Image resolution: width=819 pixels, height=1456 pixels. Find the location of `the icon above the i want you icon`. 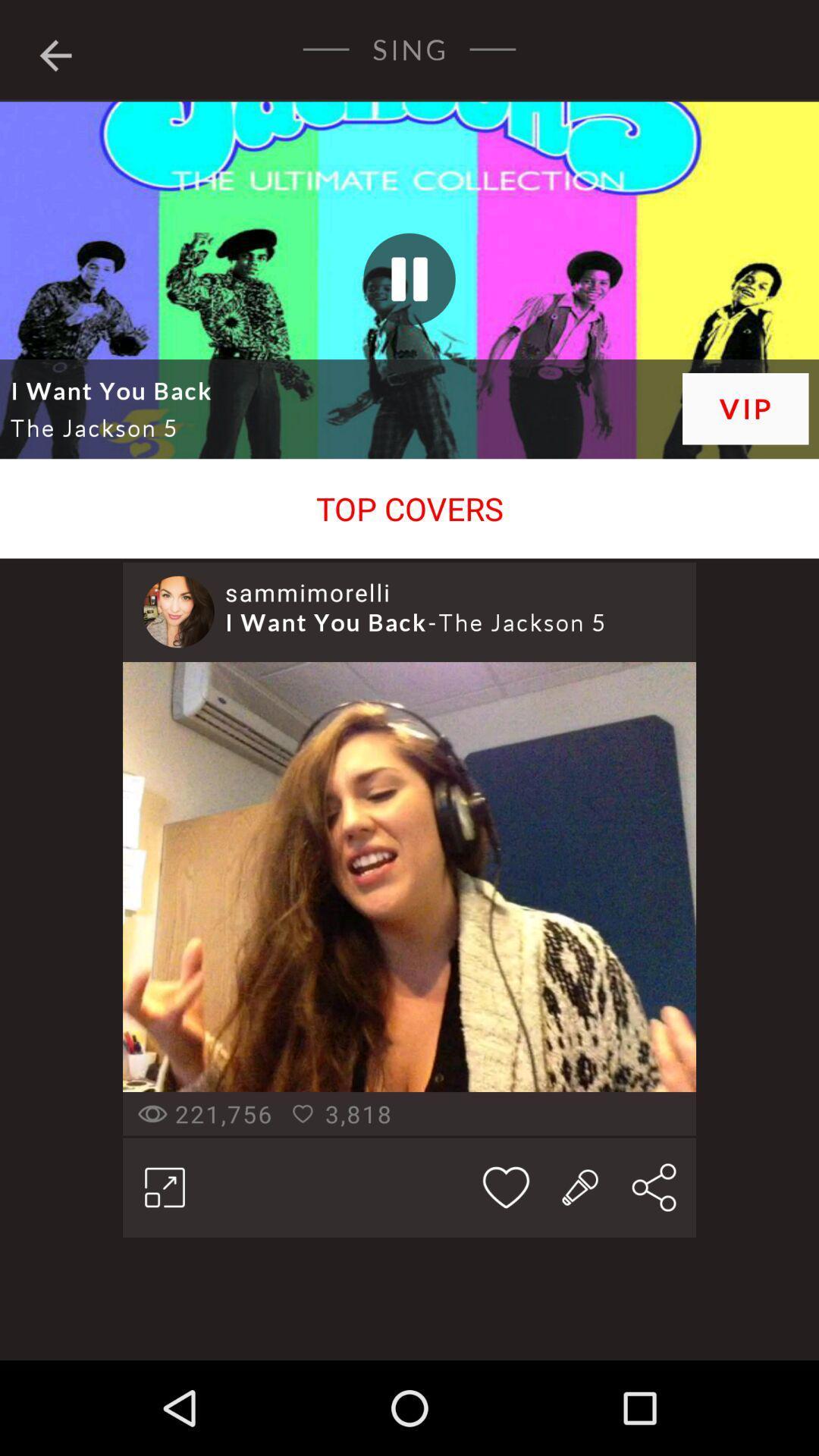

the icon above the i want you icon is located at coordinates (307, 591).